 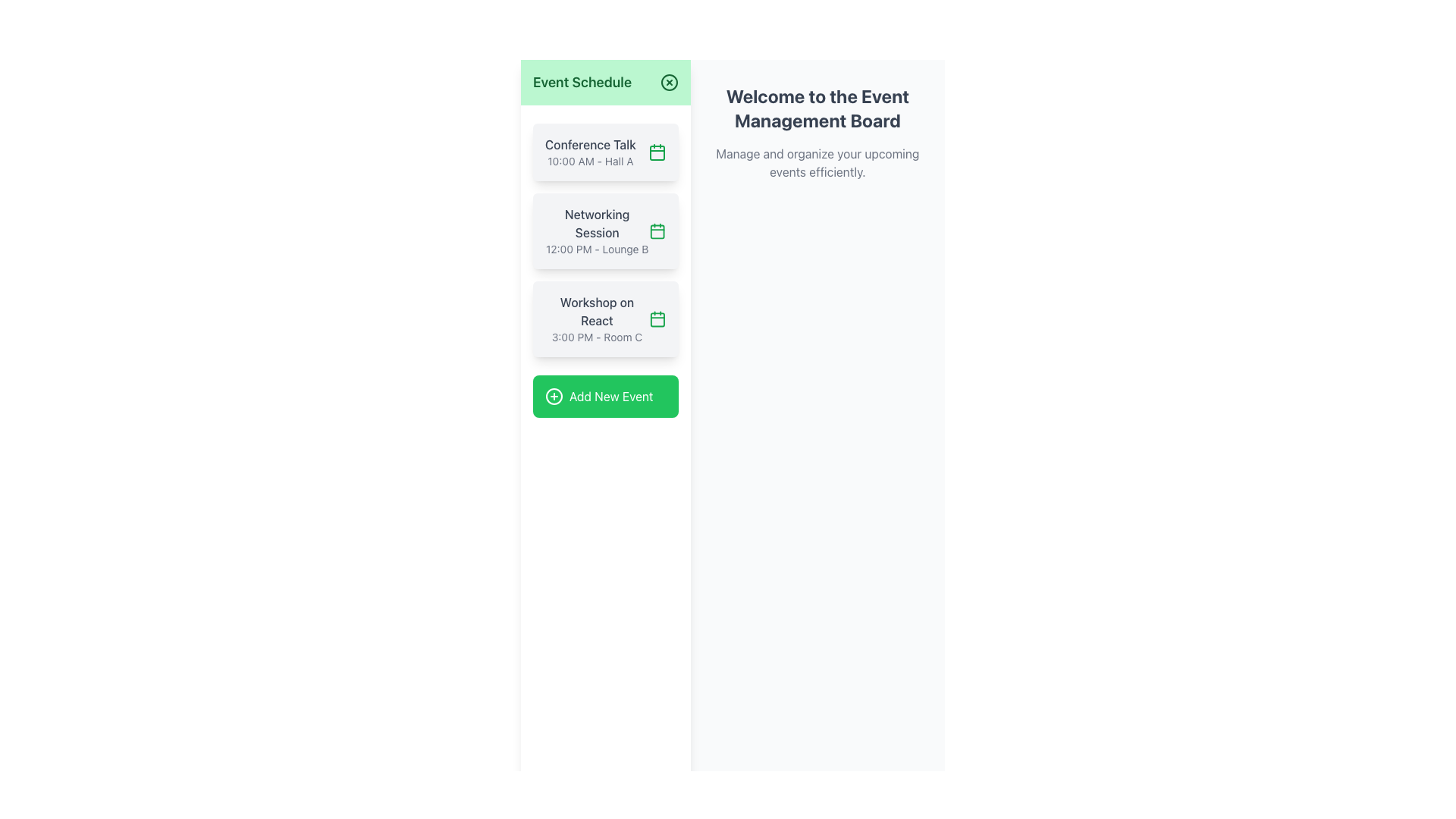 I want to click on the close button in the top-right corner of the 'Event Schedule' section, so click(x=668, y=82).